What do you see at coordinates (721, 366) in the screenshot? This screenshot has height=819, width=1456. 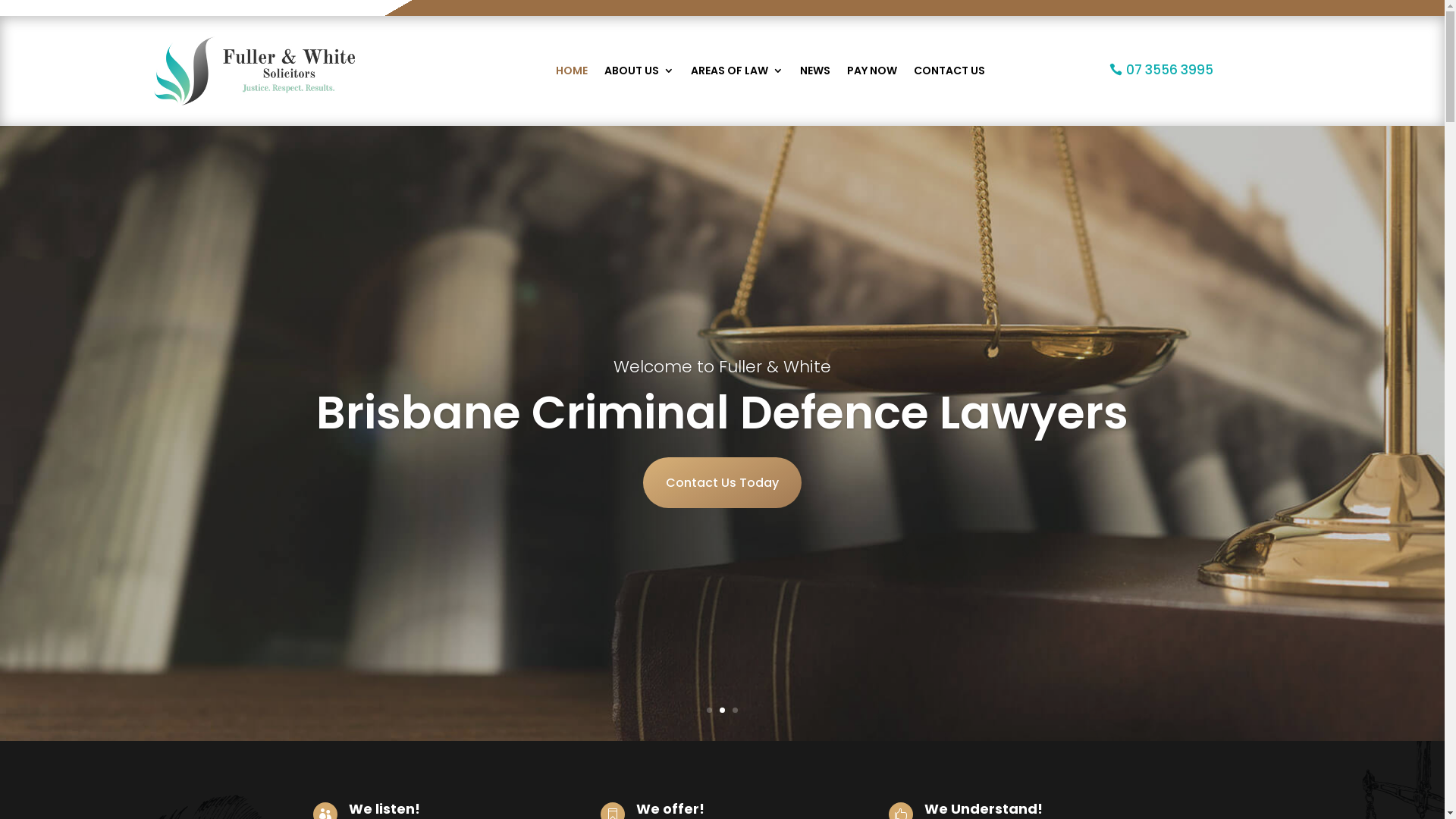 I see `'Welcome to Fuller & White'` at bounding box center [721, 366].